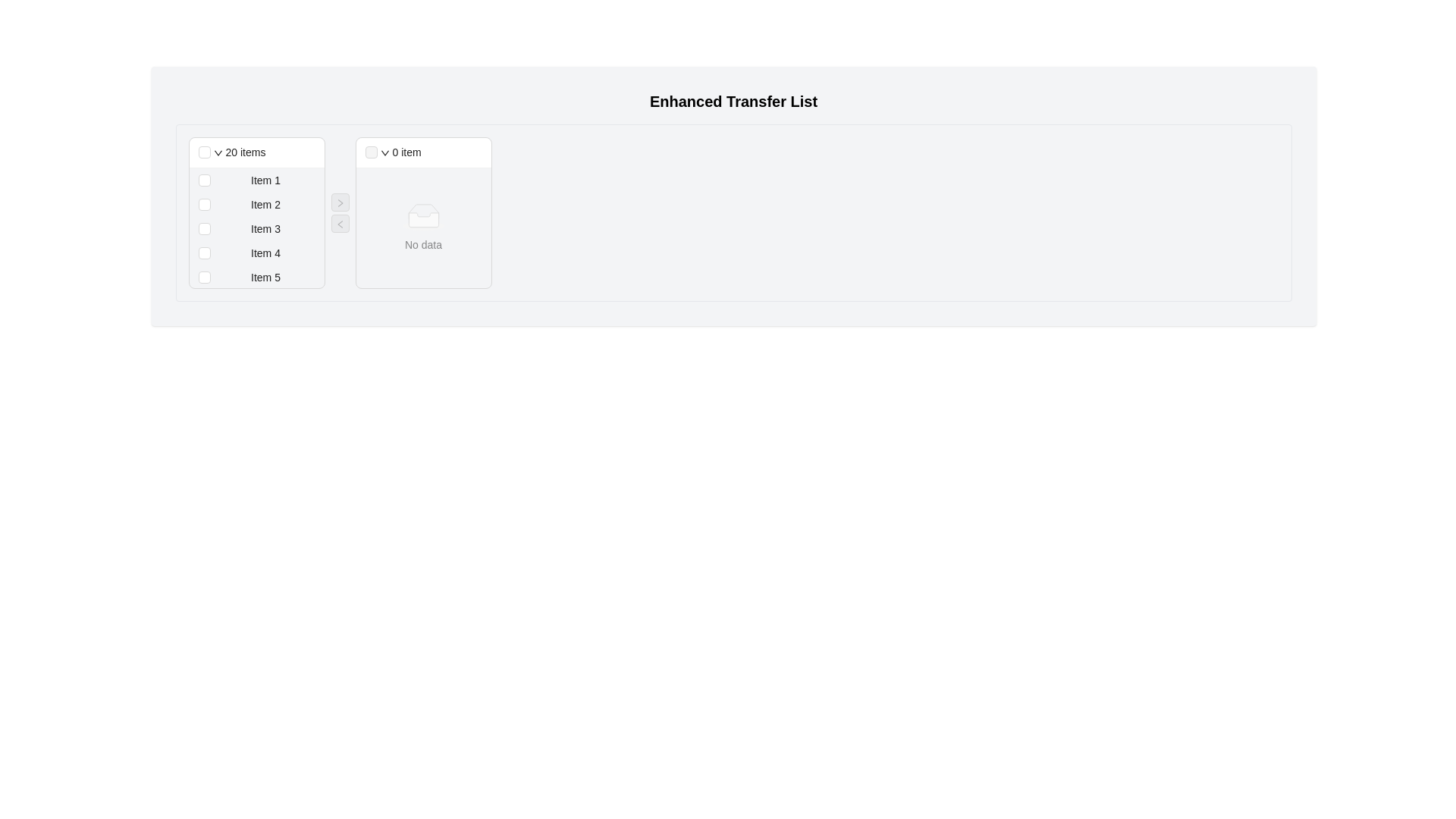  I want to click on the text label reading 'Item 5', which is the fifth element in a vertical list under the section titled '20 items', so click(265, 278).